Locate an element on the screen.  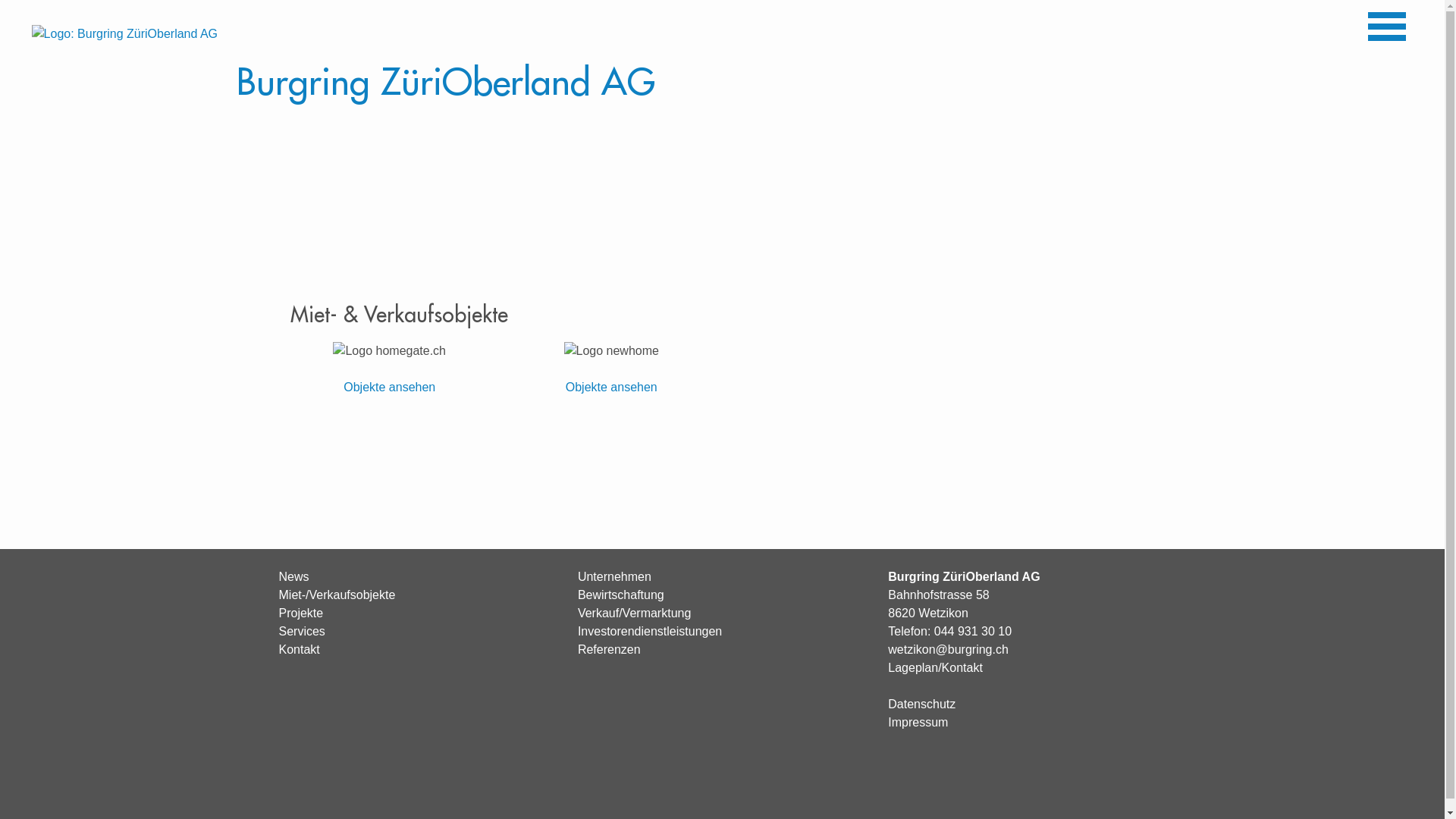
'News' is located at coordinates (279, 576).